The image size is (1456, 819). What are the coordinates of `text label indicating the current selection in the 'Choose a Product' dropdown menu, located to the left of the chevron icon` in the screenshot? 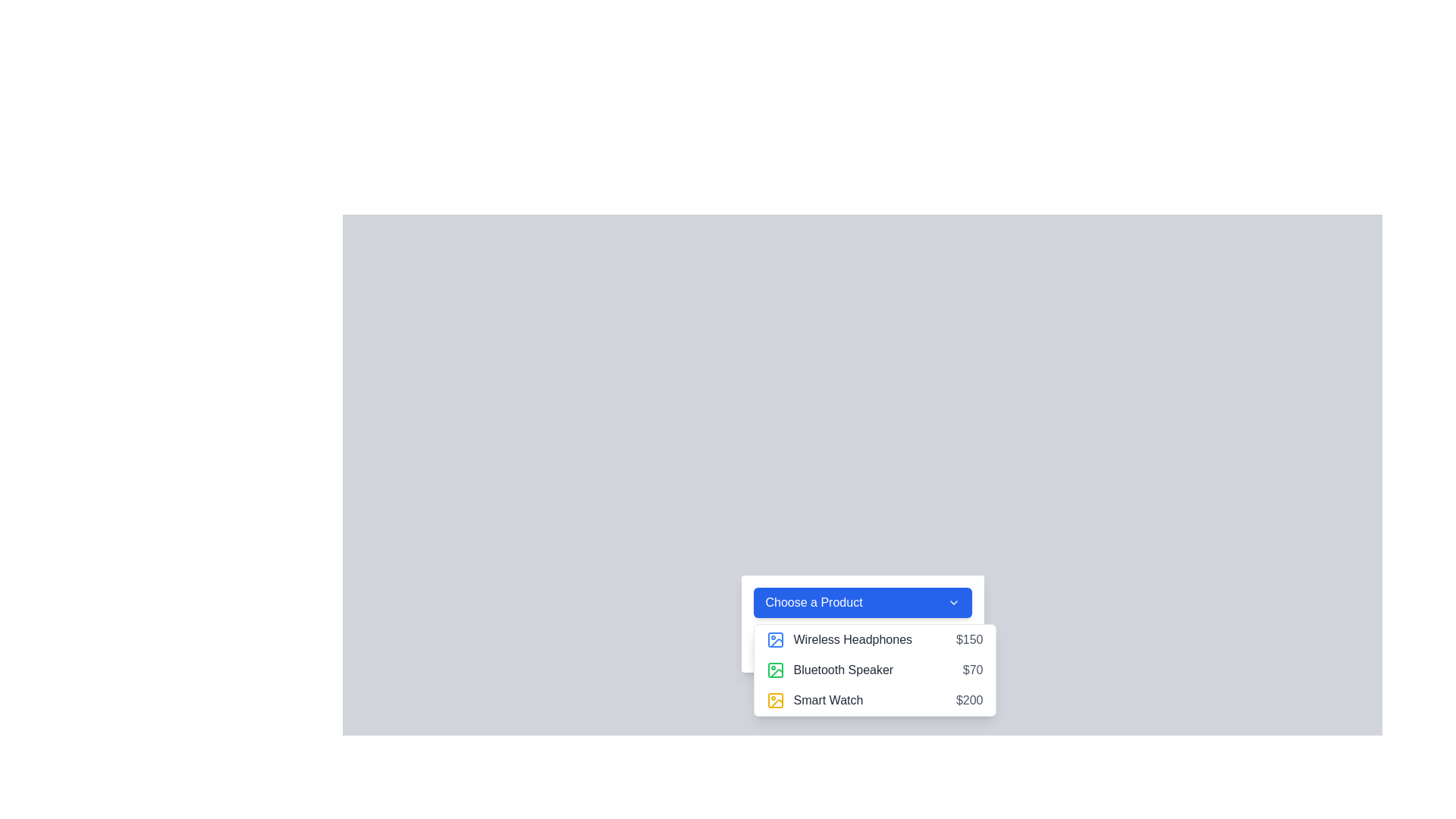 It's located at (813, 601).